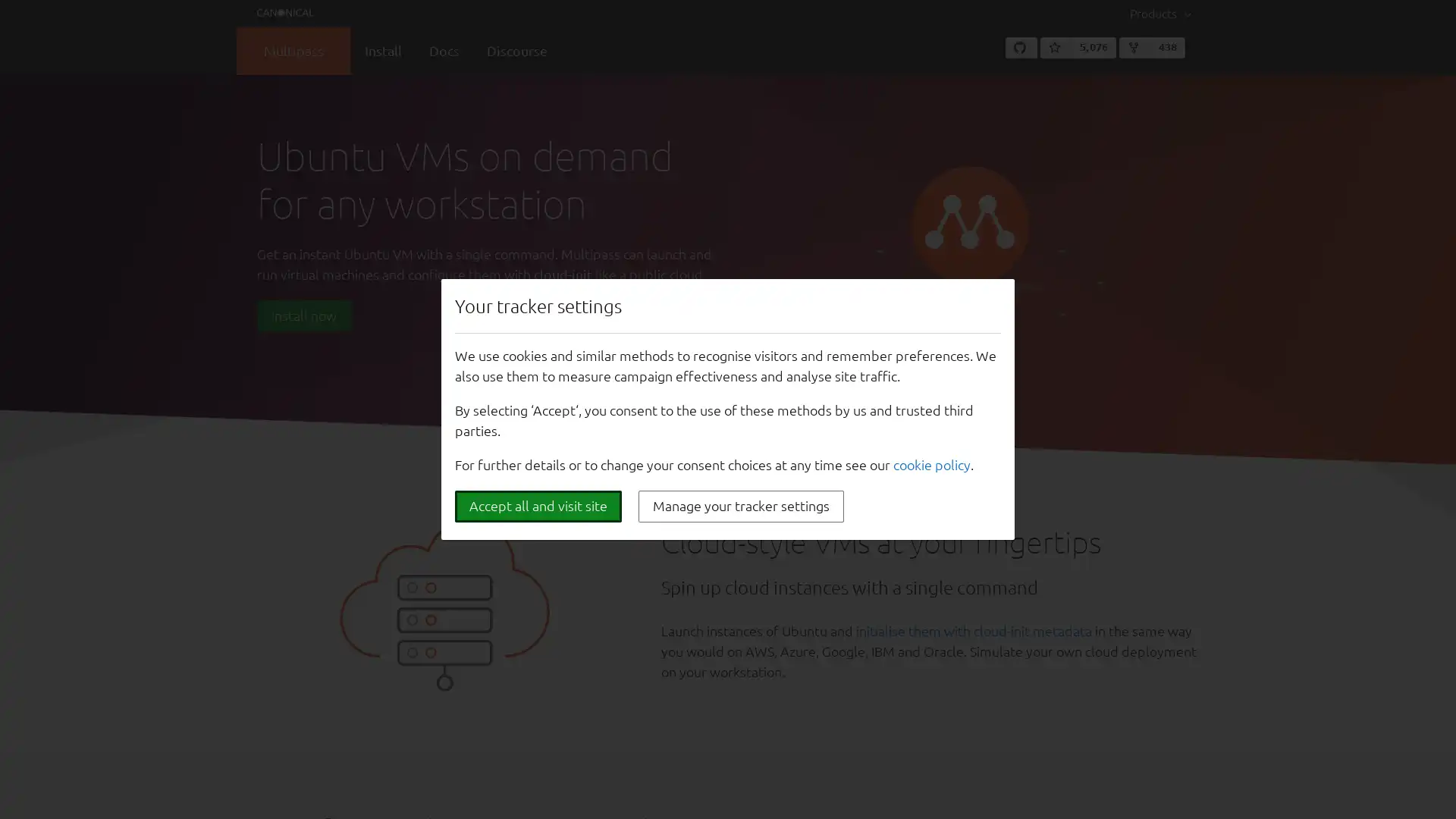  I want to click on Accept all and visit site, so click(538, 506).